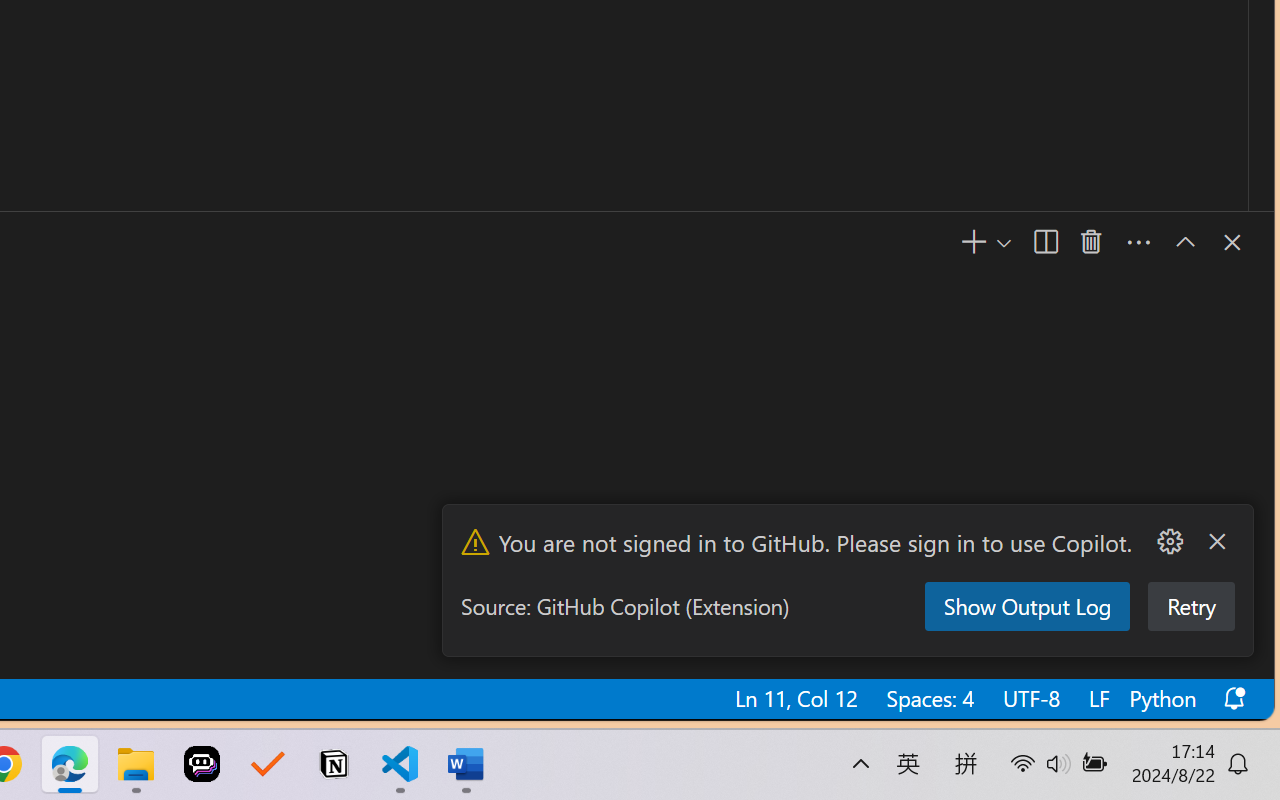 The image size is (1280, 800). Describe the element at coordinates (1161, 698) in the screenshot. I see `'Python'` at that location.